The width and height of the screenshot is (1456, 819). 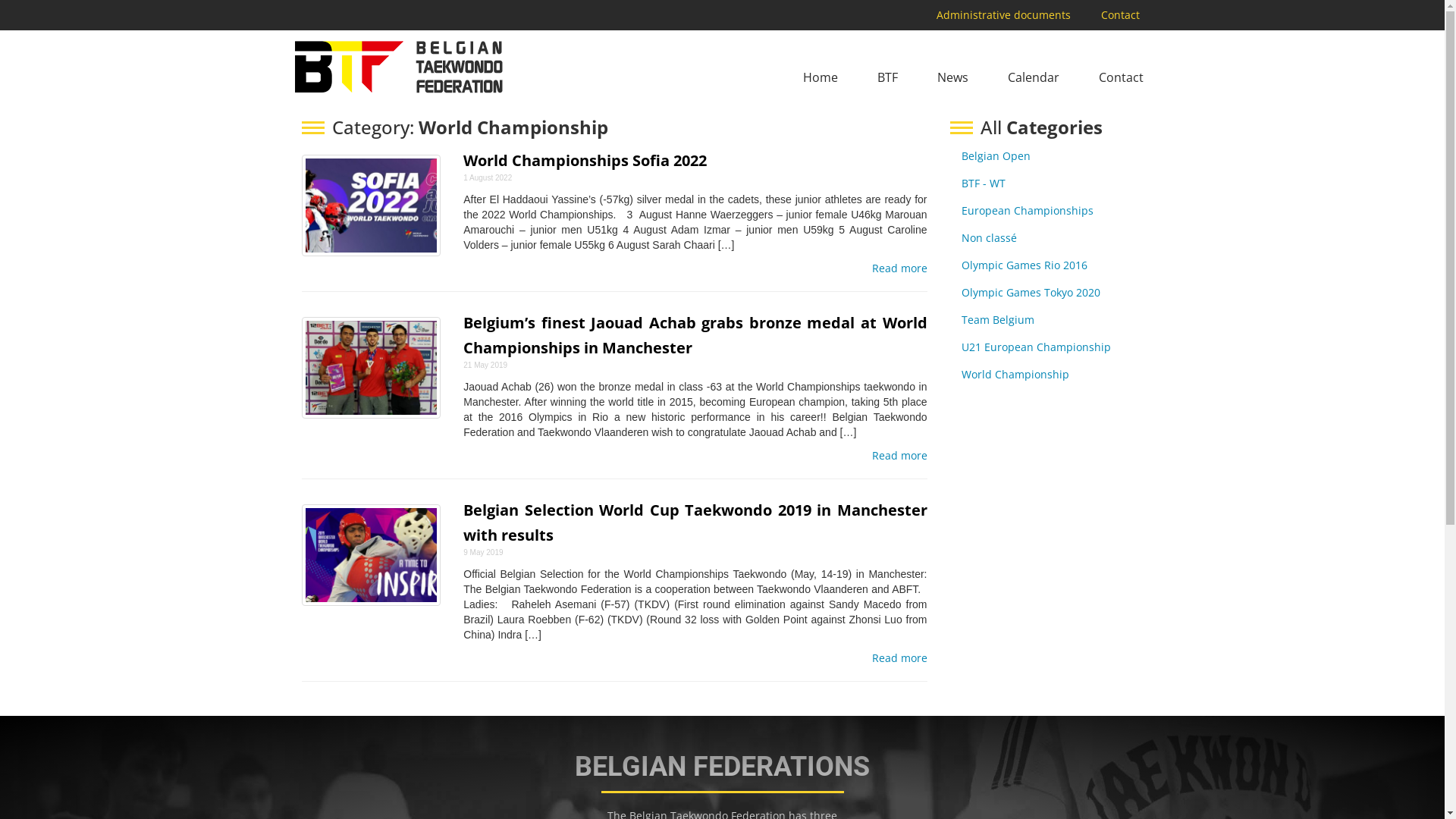 I want to click on 'Contact', so click(x=1121, y=77).